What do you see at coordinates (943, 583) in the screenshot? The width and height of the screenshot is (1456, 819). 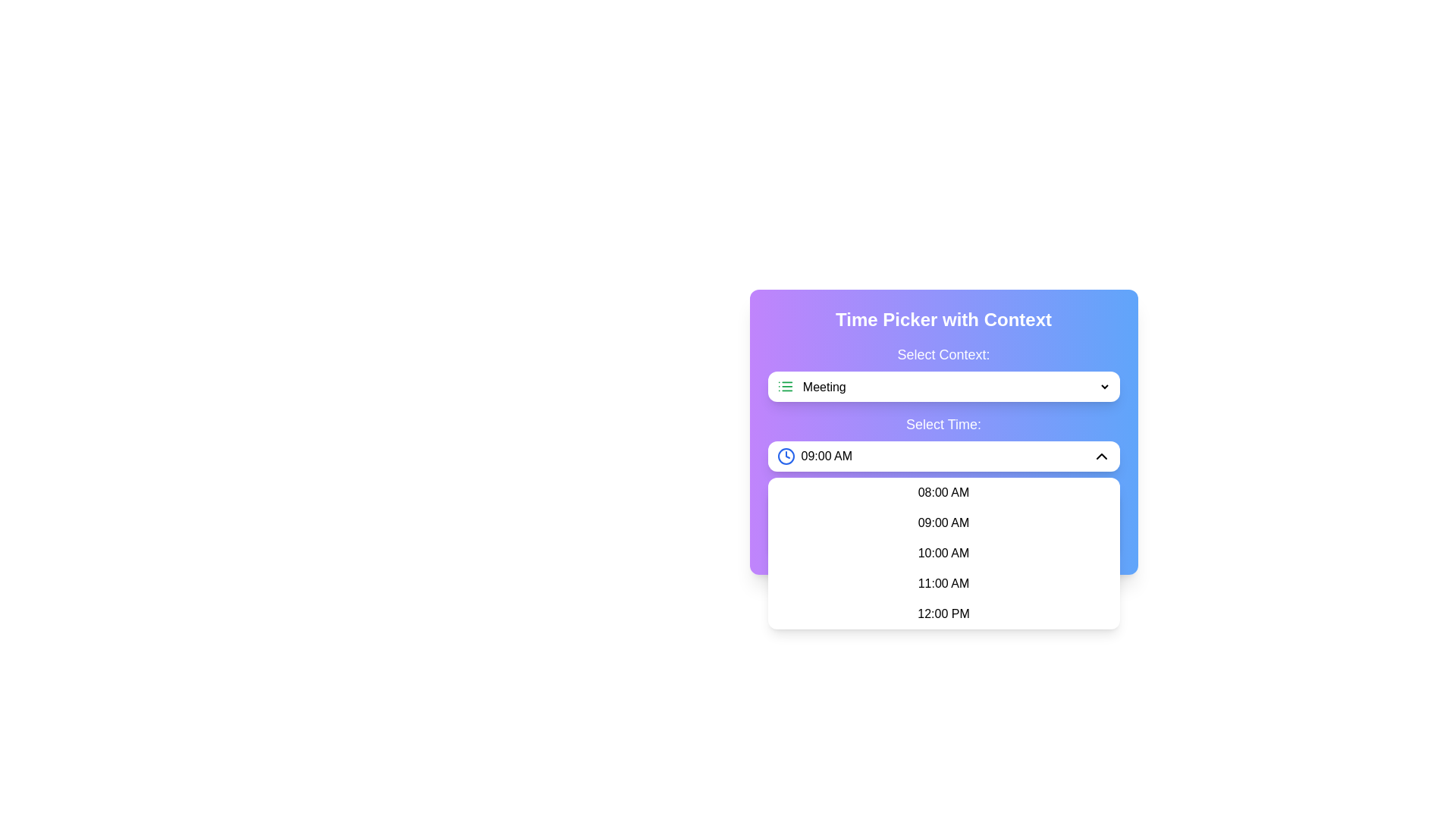 I see `the selectable list item displaying '11:00 AM' to trigger the visual change` at bounding box center [943, 583].